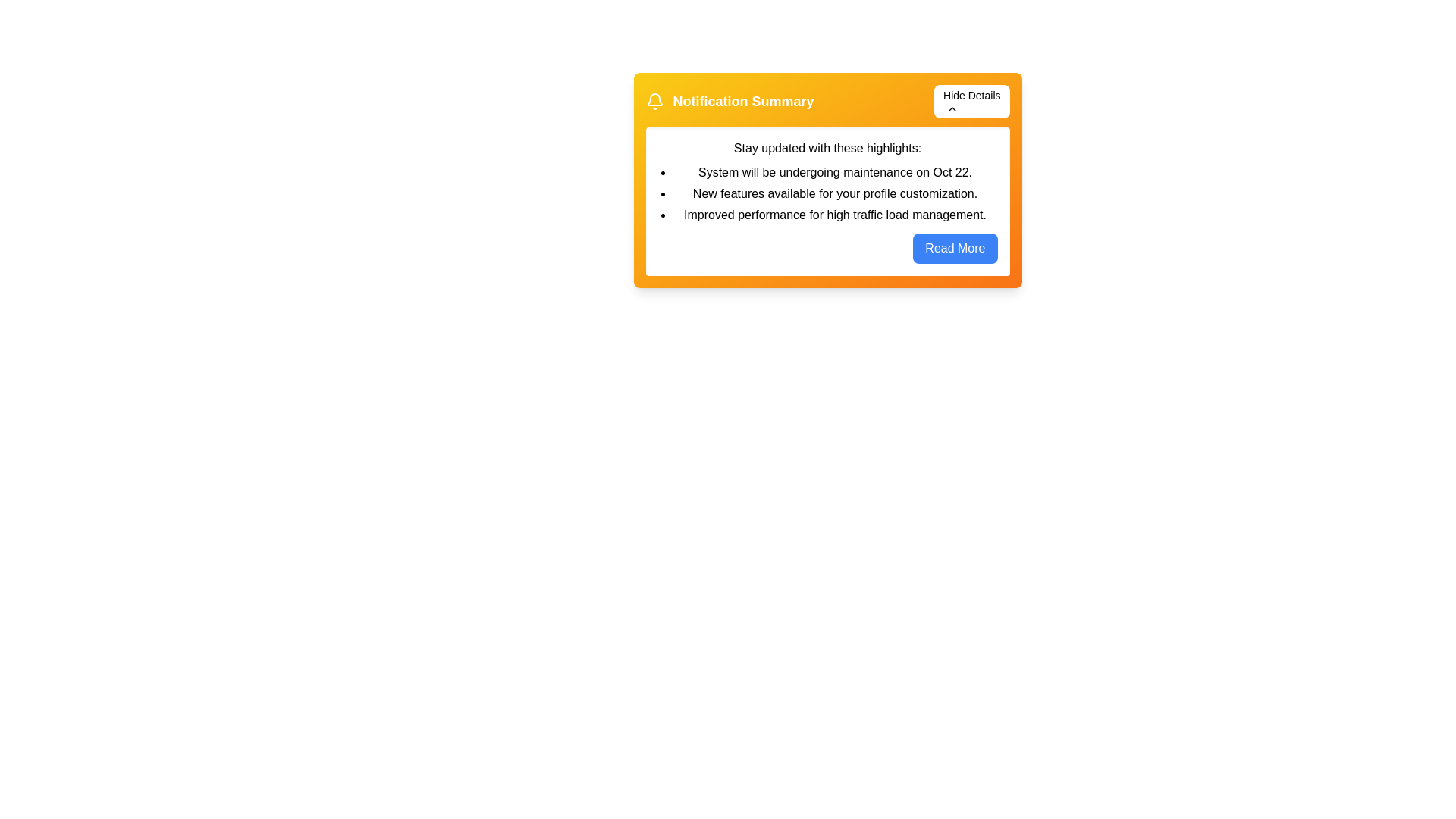 The height and width of the screenshot is (819, 1456). I want to click on the notification bell icon to interact with it, so click(654, 102).